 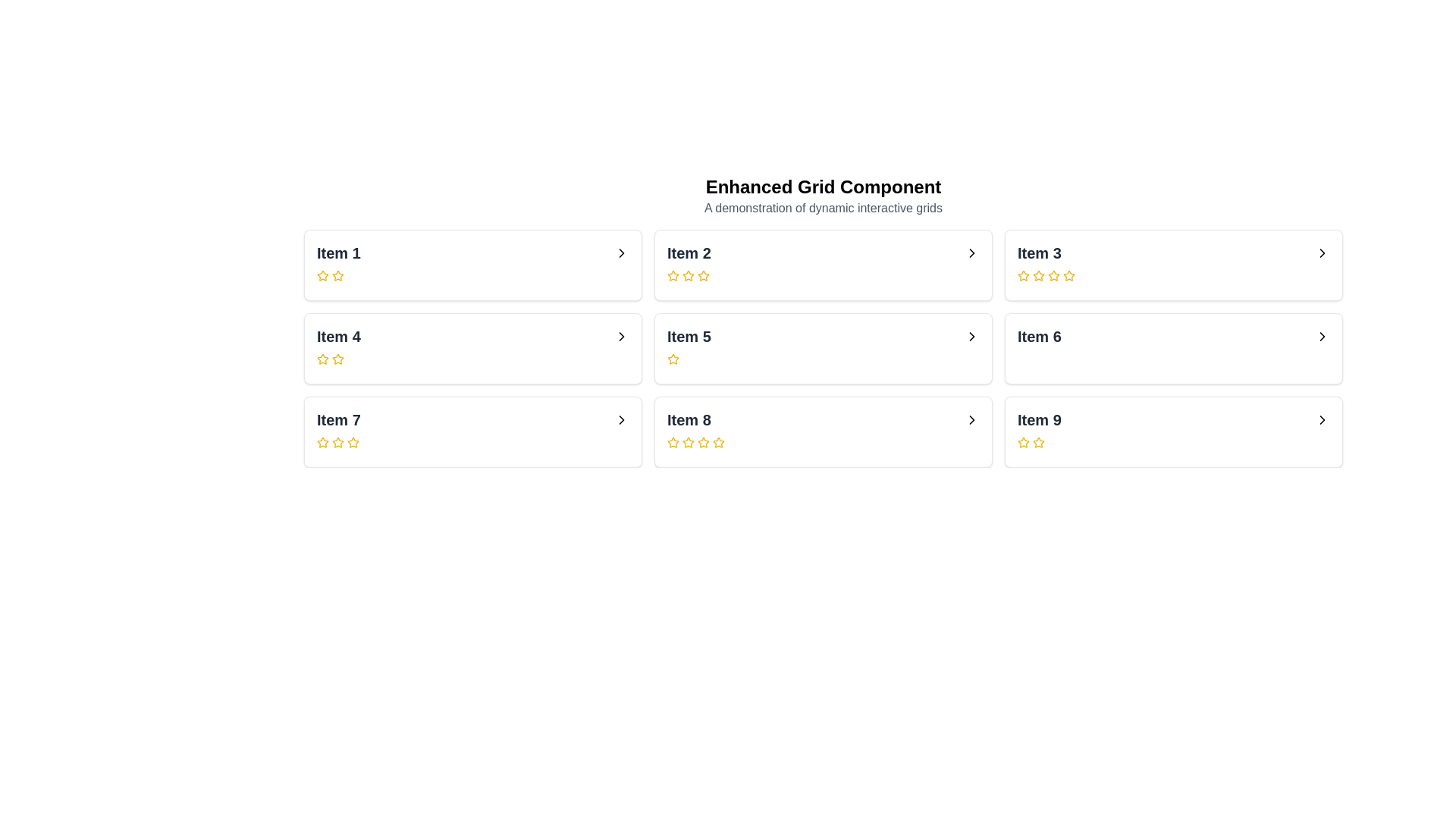 What do you see at coordinates (687, 442) in the screenshot?
I see `the second yellow star-shaped icon in the rating section for 'Item 8' which has a hollow center and is part of a sequence of five stars` at bounding box center [687, 442].